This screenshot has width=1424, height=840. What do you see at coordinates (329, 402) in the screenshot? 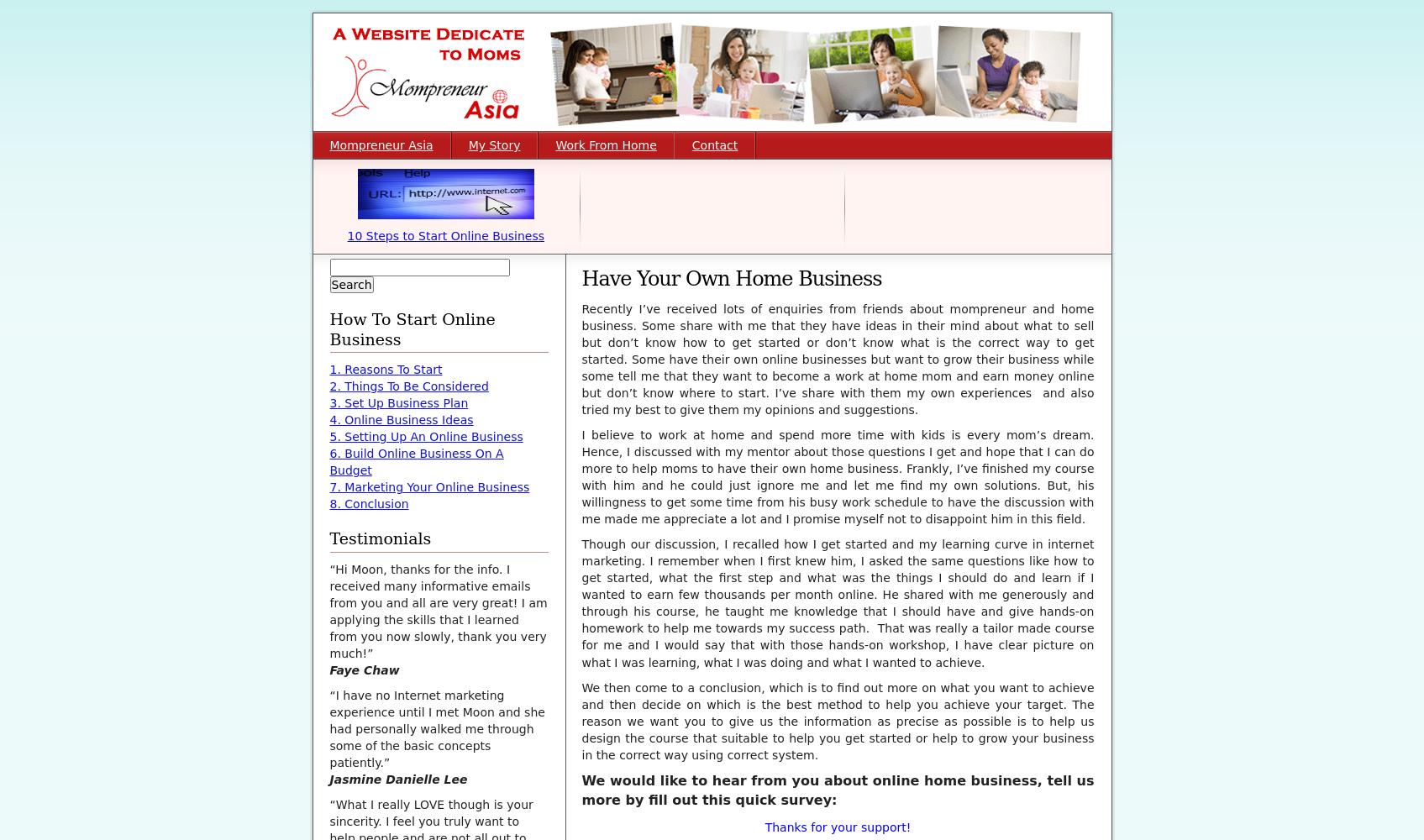
I see `'3. Set Up Business Plan'` at bounding box center [329, 402].